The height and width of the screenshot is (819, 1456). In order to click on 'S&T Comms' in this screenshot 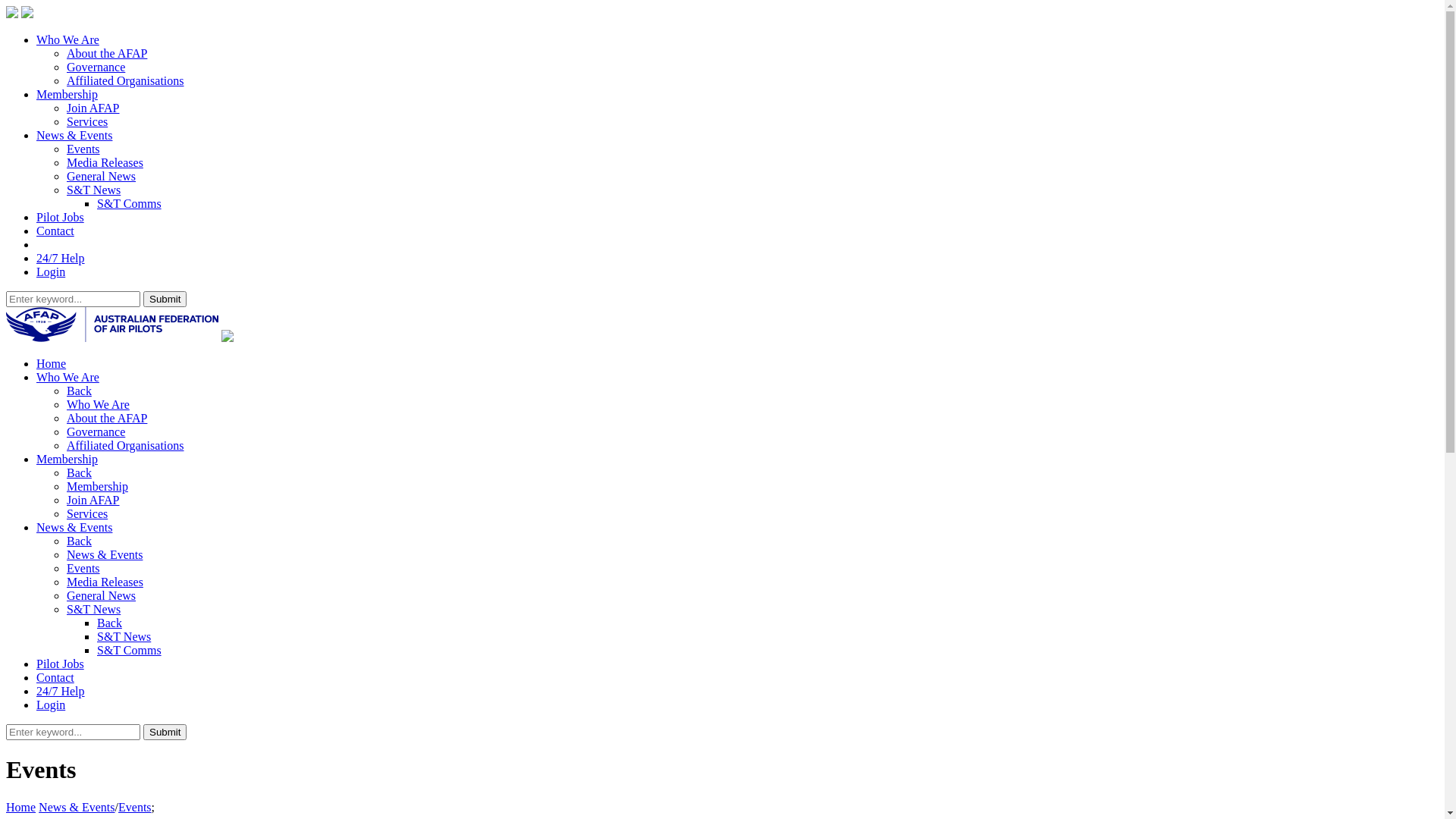, I will do `click(129, 202)`.